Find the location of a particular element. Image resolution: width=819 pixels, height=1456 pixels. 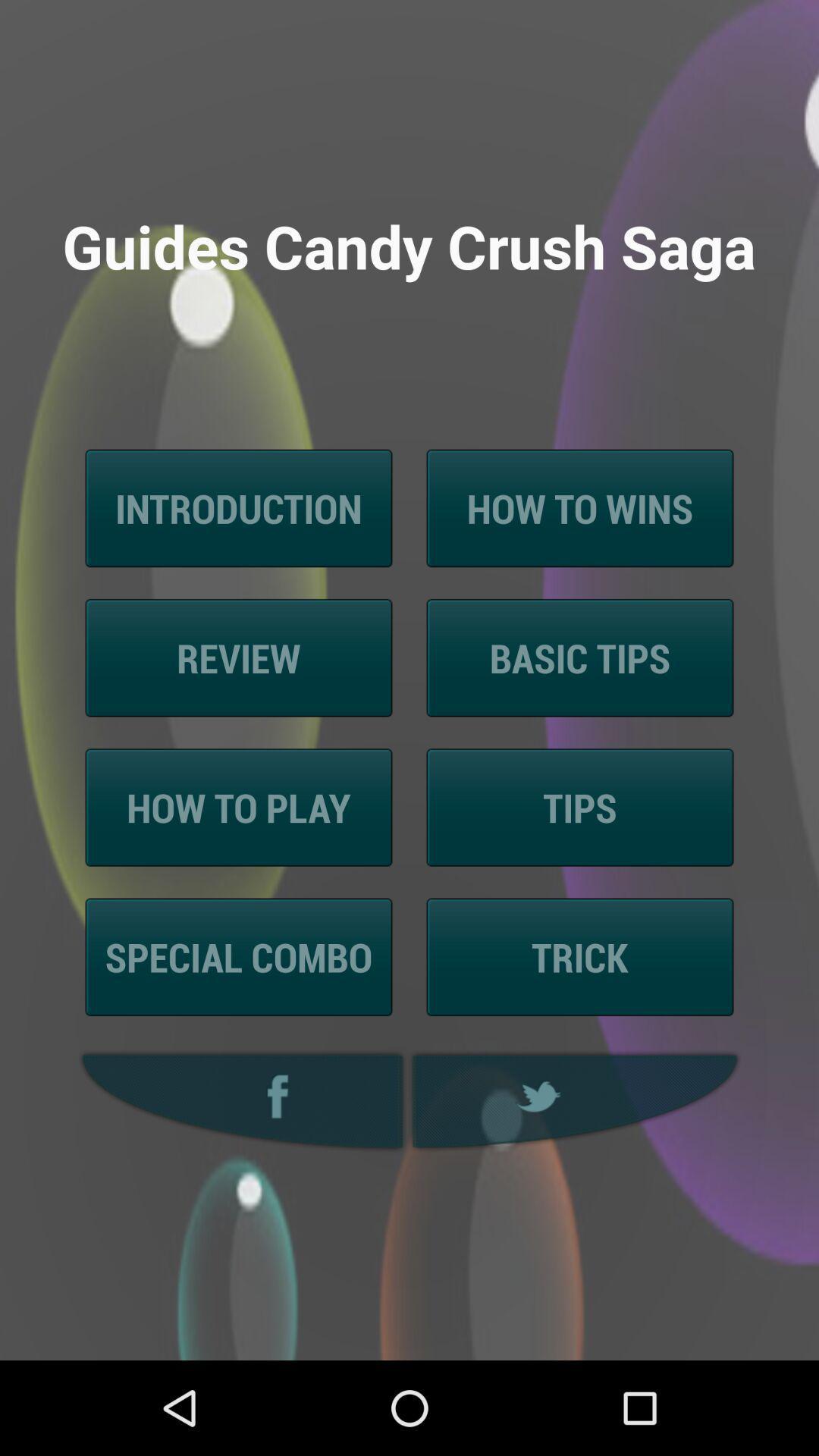

item below the introduction is located at coordinates (239, 657).